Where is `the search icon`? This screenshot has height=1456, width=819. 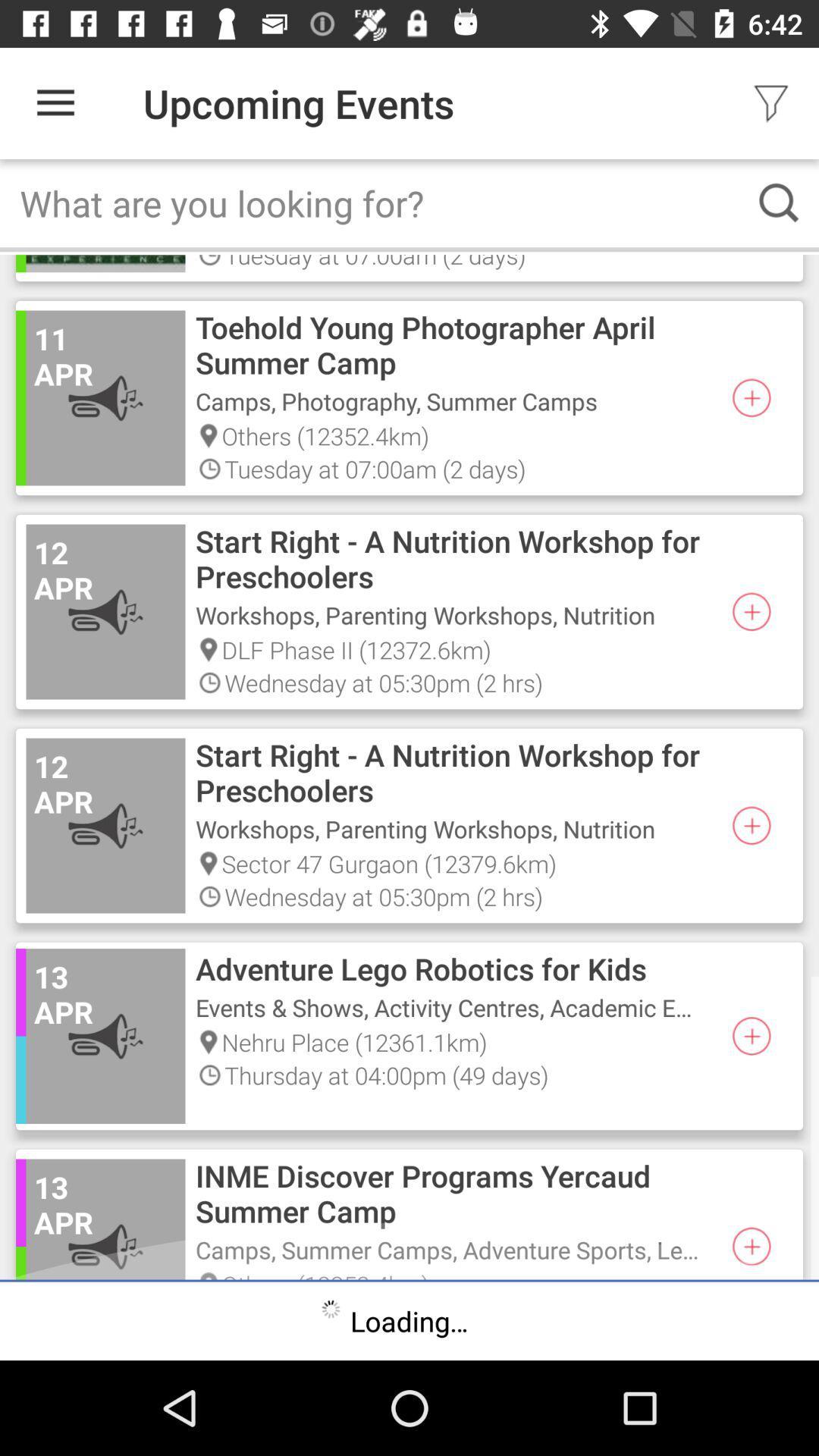 the search icon is located at coordinates (779, 202).